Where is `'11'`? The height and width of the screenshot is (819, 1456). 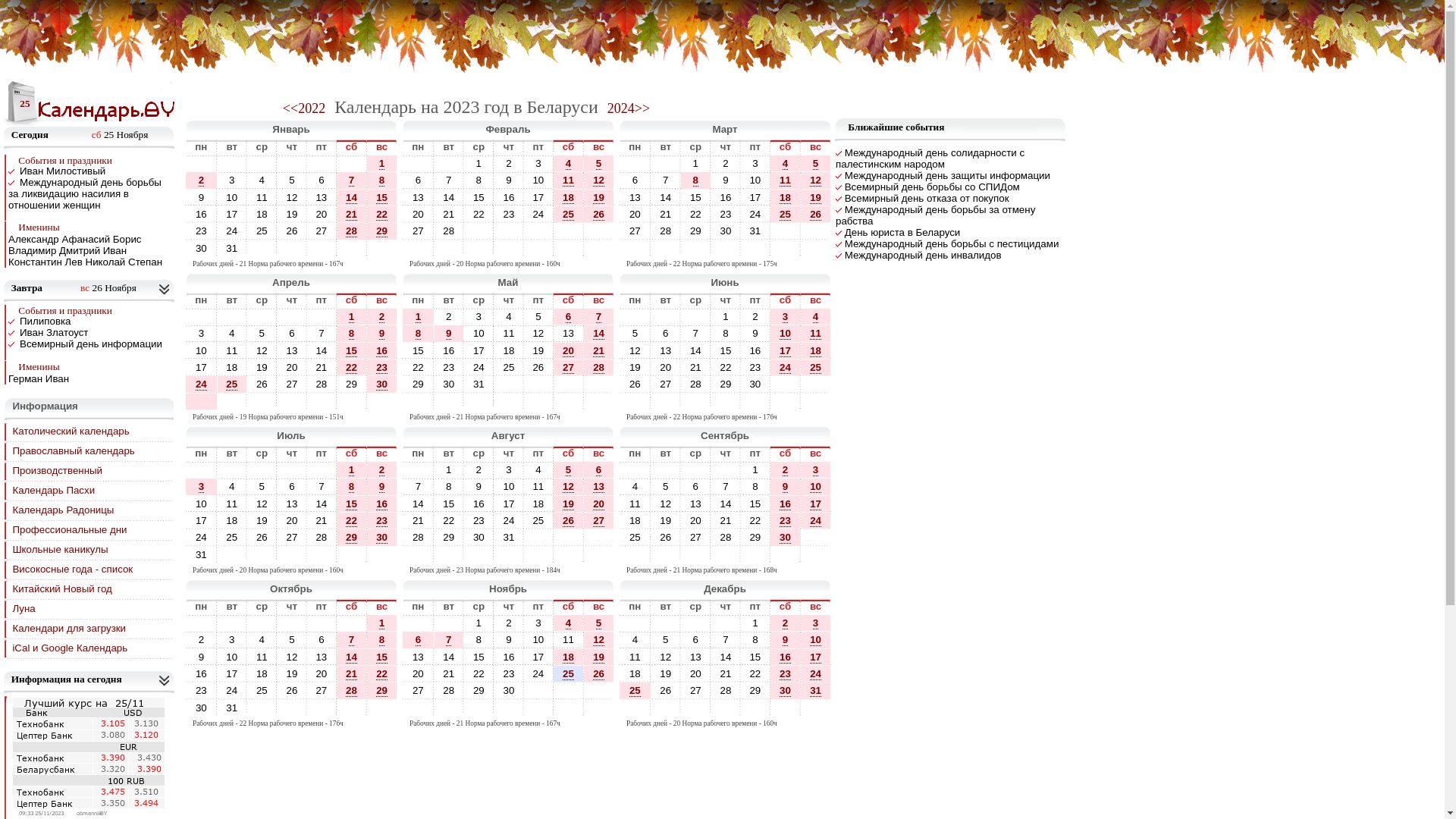
'11' is located at coordinates (779, 180).